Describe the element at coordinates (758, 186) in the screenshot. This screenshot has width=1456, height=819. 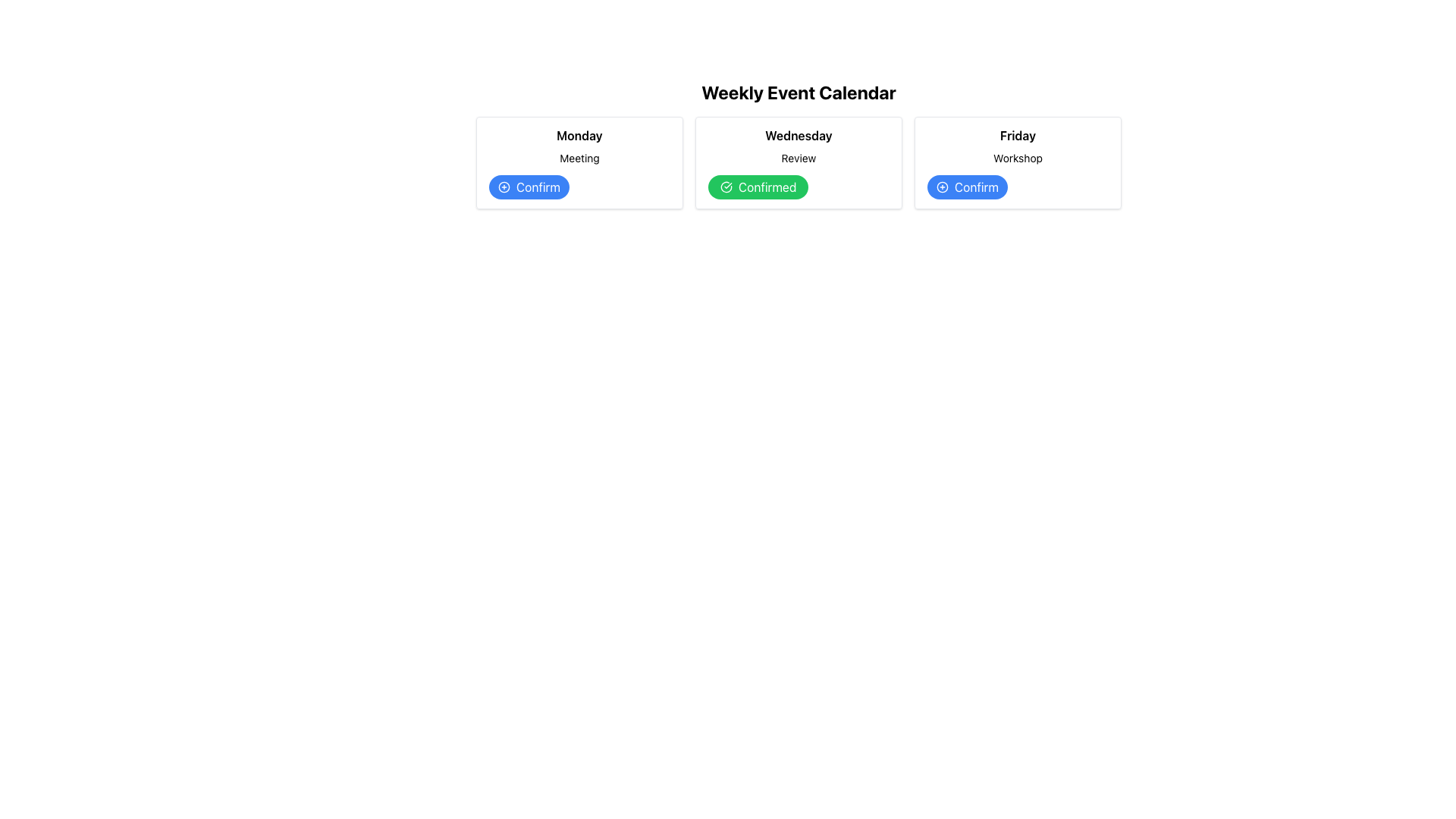
I see `the Status Indicator button that visually confirms the event for Wednesday in the Weekly Event Calendar interface` at that location.